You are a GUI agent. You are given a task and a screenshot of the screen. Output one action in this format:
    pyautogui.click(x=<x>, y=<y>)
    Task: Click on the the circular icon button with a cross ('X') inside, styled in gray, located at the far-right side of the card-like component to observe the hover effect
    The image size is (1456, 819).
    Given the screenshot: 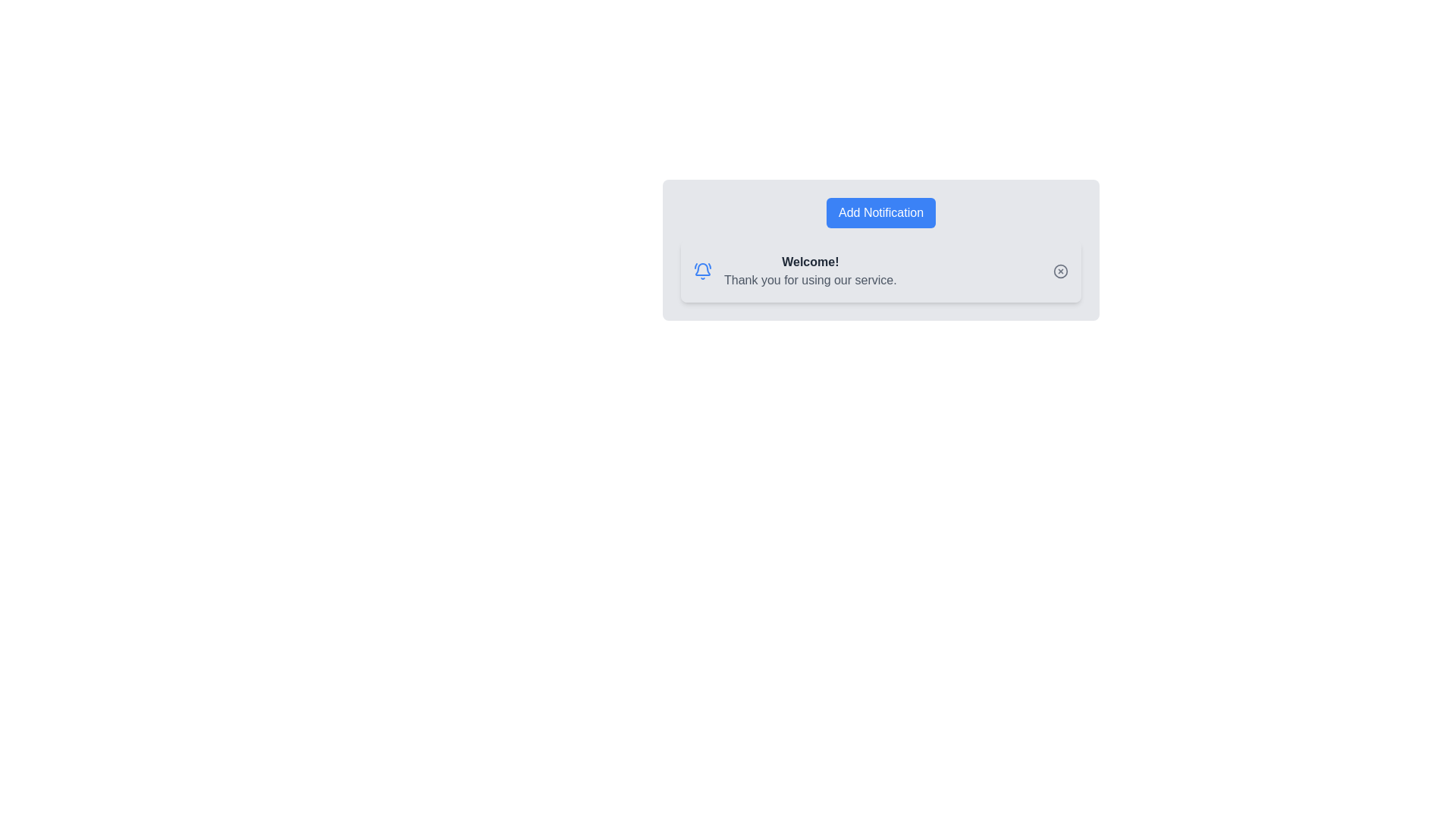 What is the action you would take?
    pyautogui.click(x=1059, y=271)
    